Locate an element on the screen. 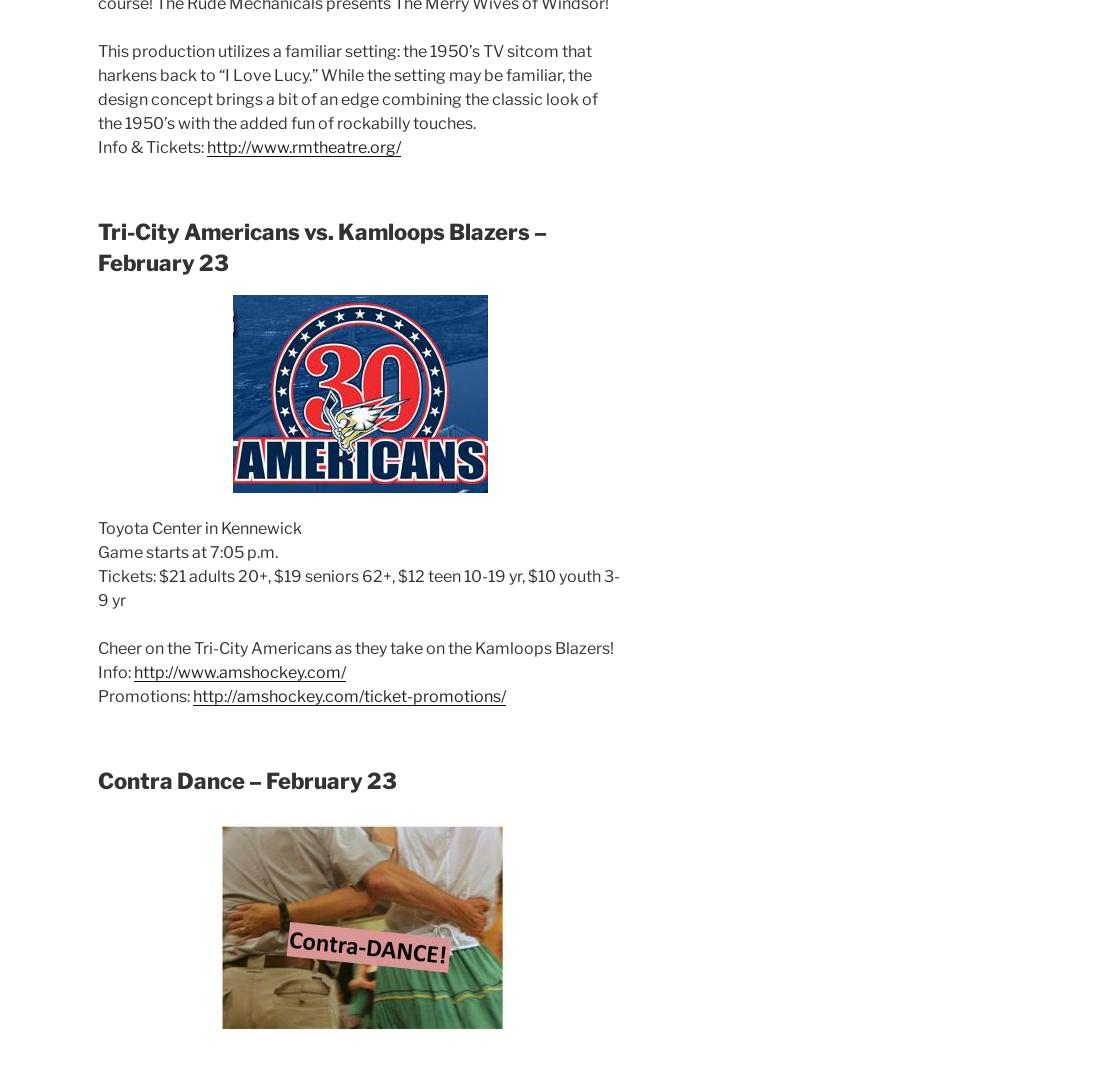 The image size is (1100, 1072). 'http://www.rmtheatre.org/' is located at coordinates (303, 145).